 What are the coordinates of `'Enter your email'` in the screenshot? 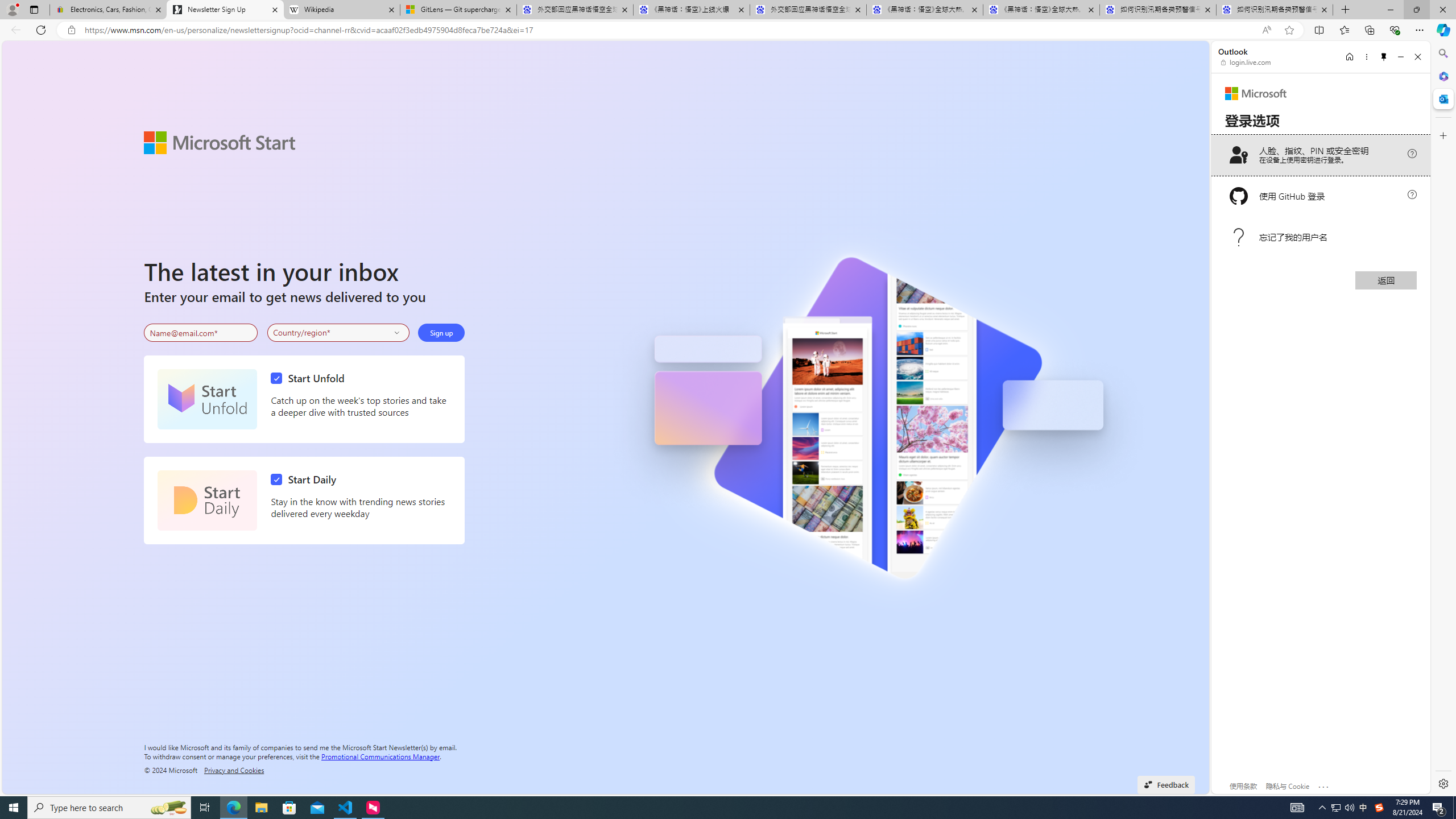 It's located at (200, 333).